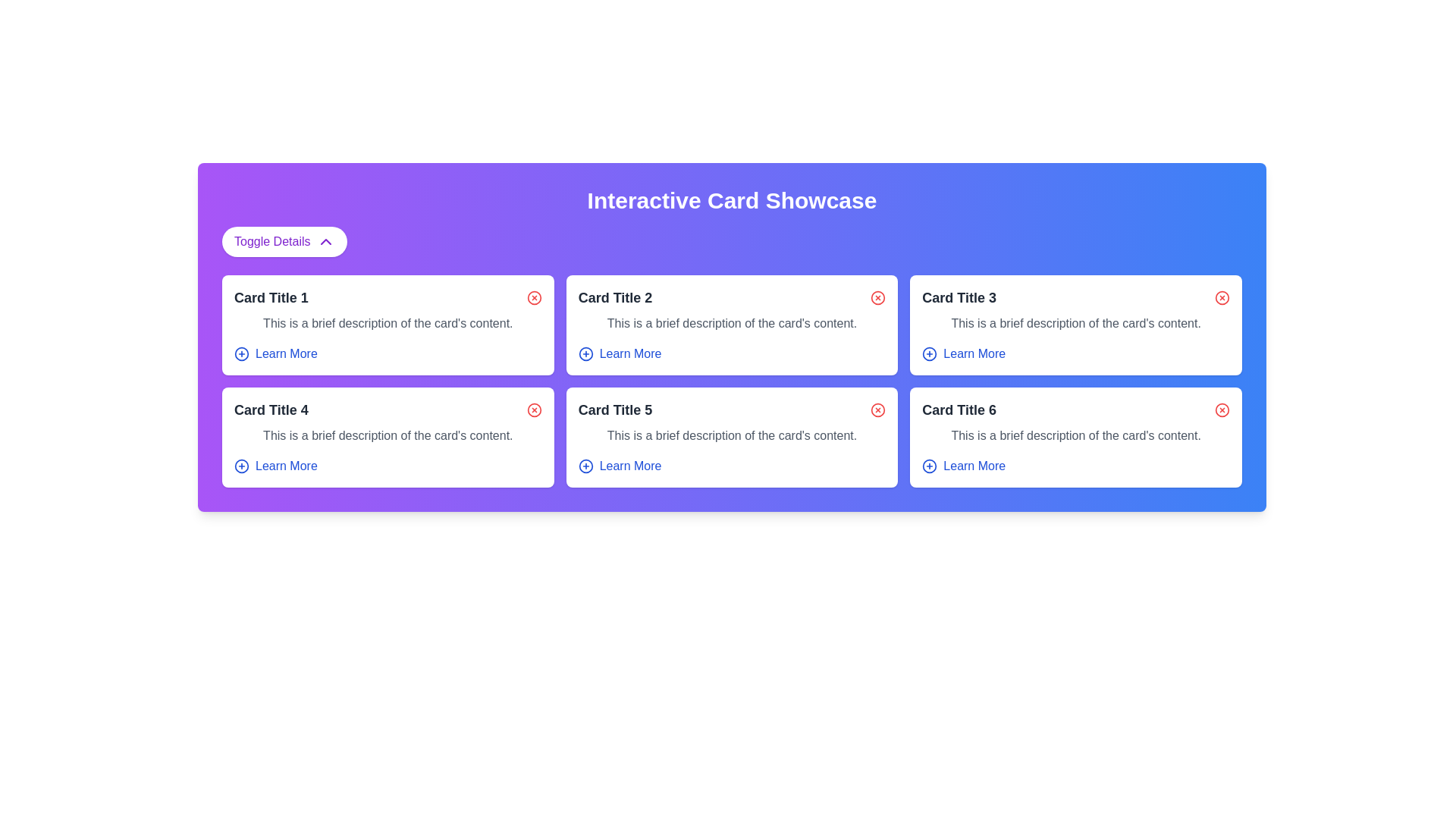  Describe the element at coordinates (271, 409) in the screenshot. I see `the text content of the title text element located in 'Card Title 4', which is the topmost text element in the first column of the second row in the grid layout` at that location.